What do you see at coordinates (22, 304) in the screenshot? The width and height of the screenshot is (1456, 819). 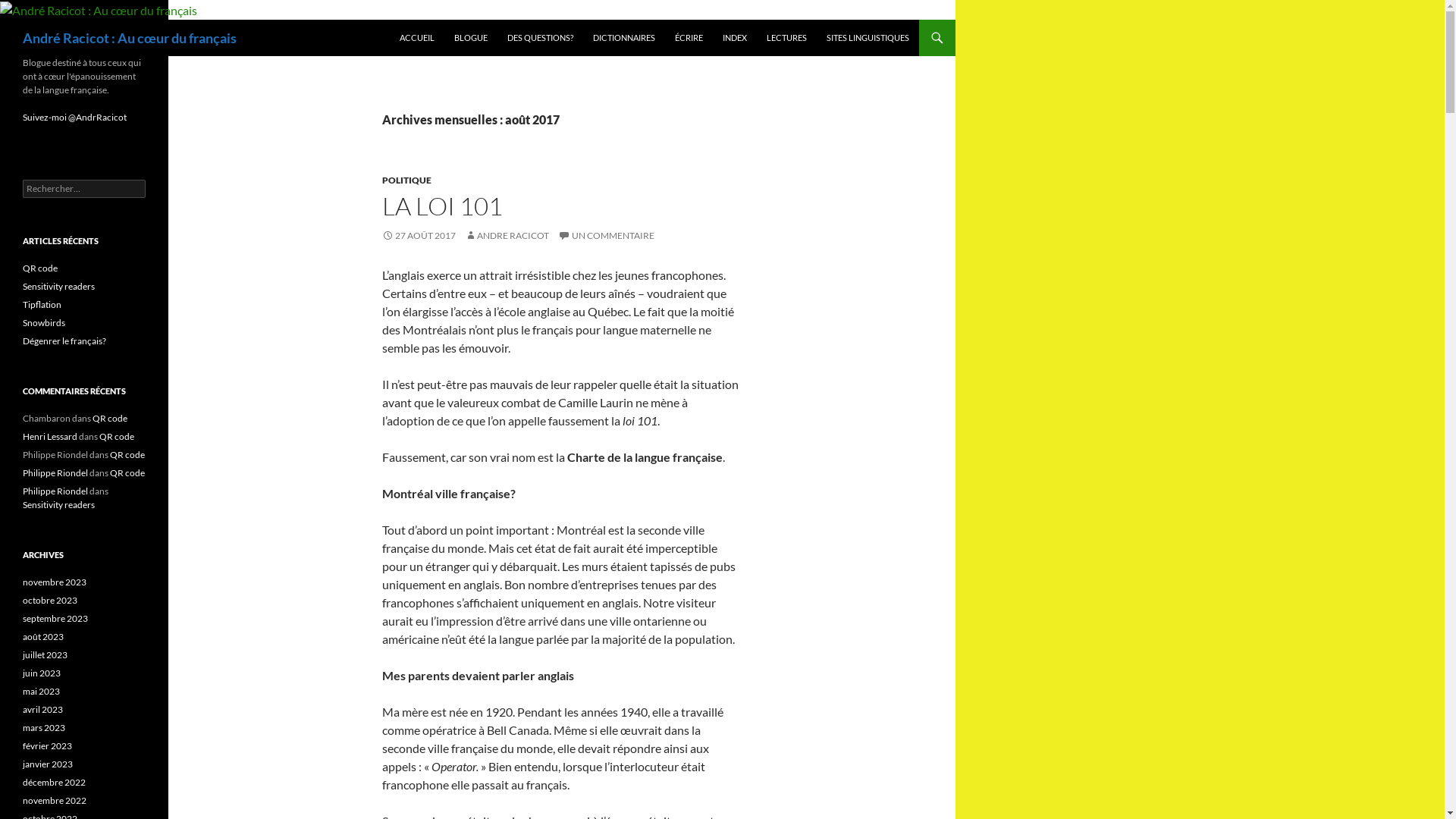 I see `'Tipflation'` at bounding box center [22, 304].